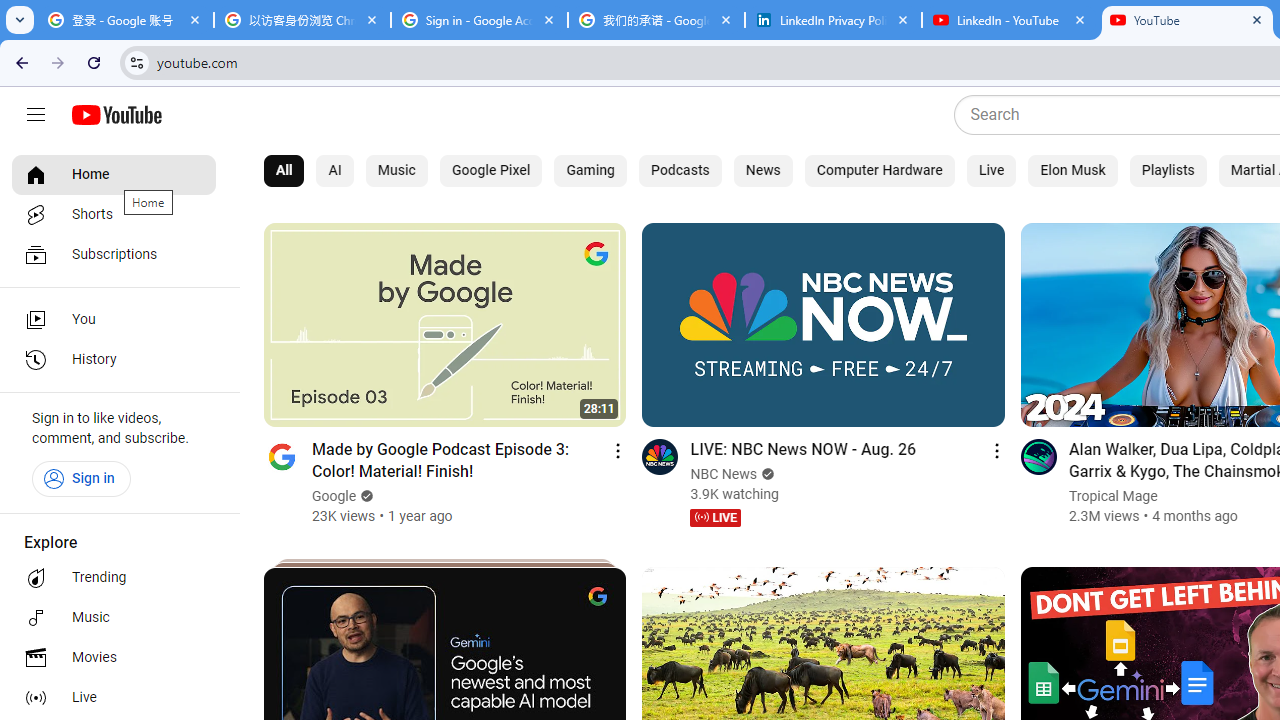 The width and height of the screenshot is (1280, 720). Describe the element at coordinates (1168, 170) in the screenshot. I see `'Playlists'` at that location.